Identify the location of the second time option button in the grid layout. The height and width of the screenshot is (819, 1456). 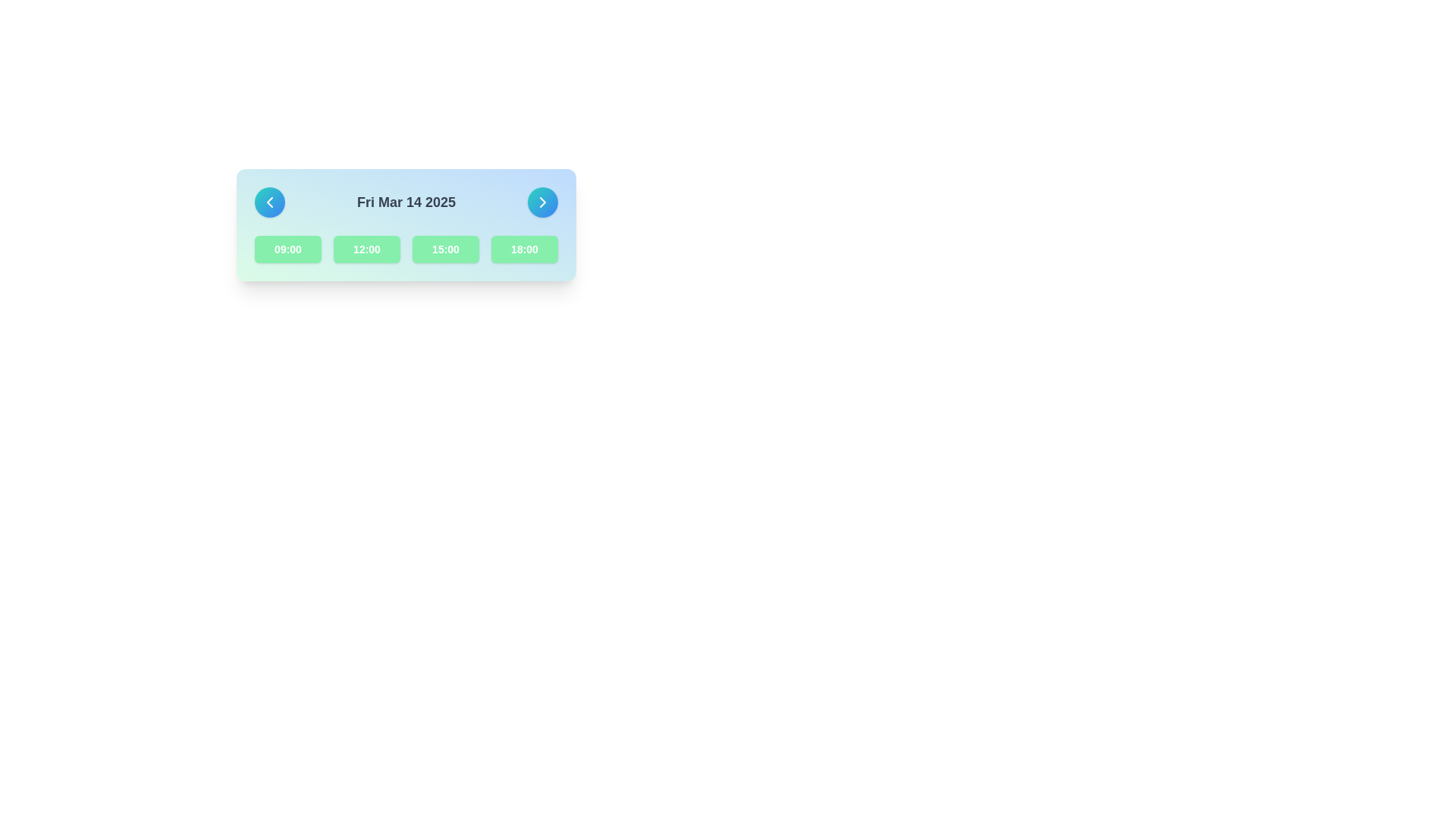
(367, 248).